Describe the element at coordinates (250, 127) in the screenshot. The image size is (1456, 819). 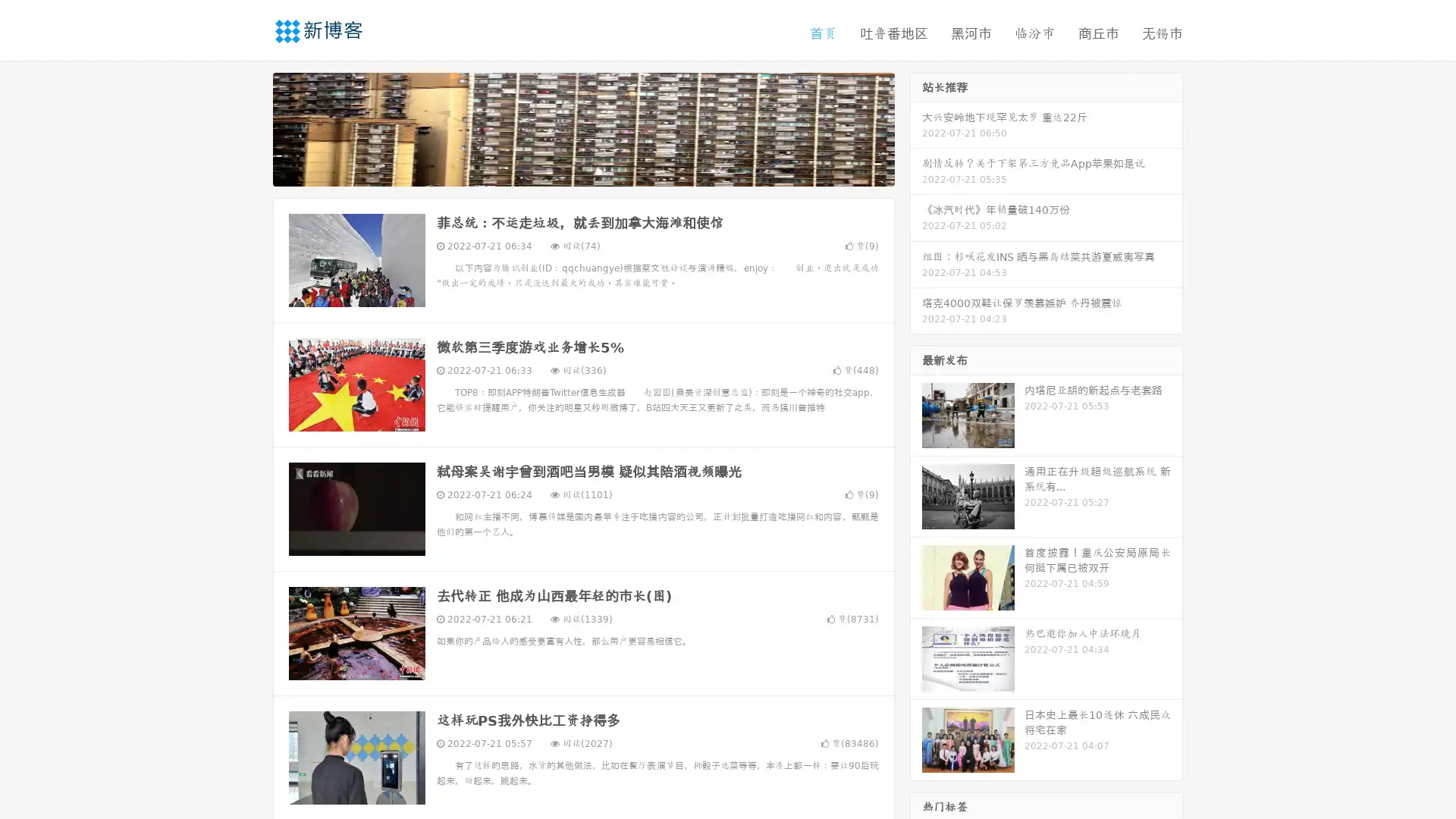
I see `Previous slide` at that location.